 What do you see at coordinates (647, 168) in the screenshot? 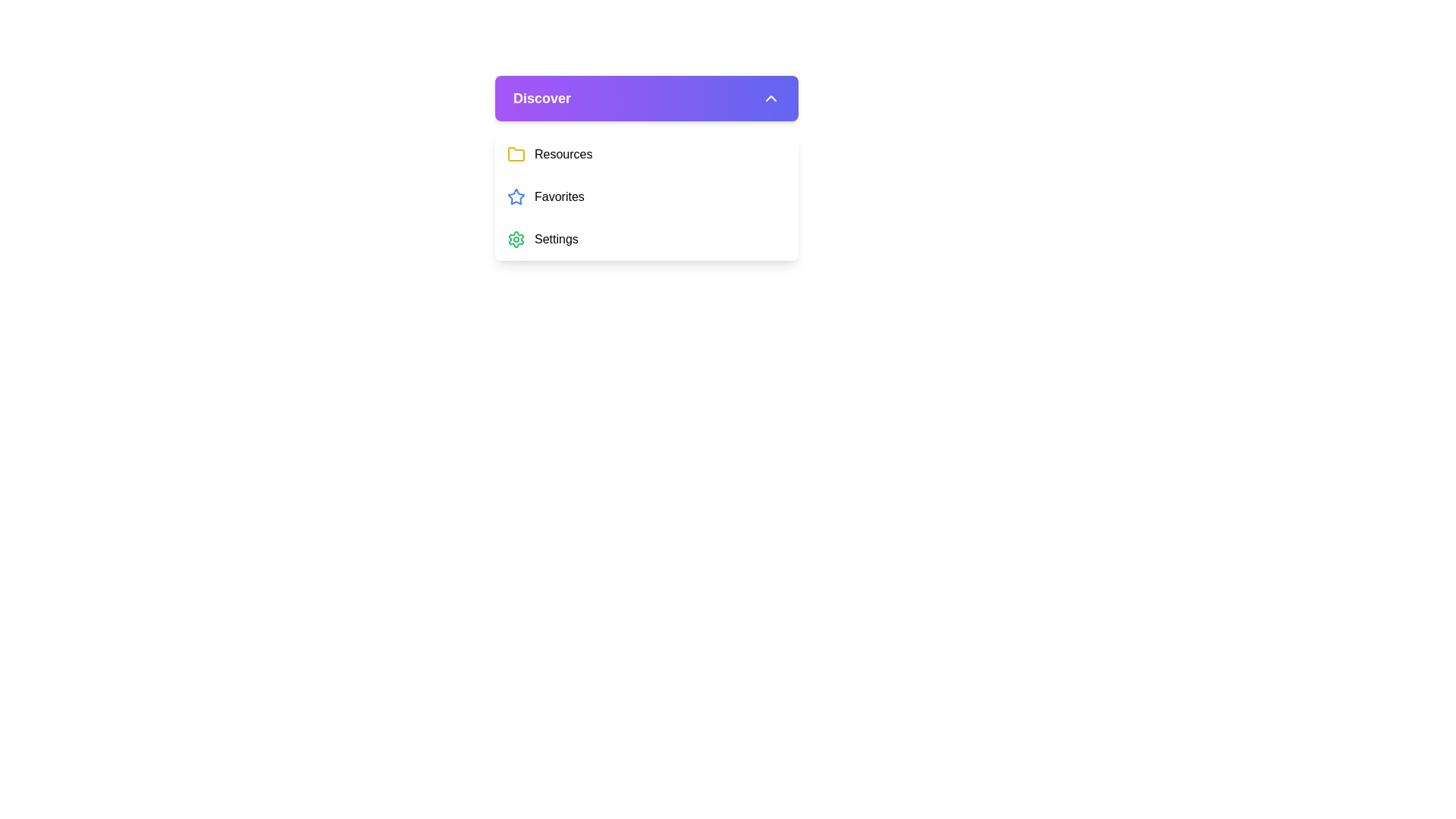
I see `the 'Discover' dropdown menu` at bounding box center [647, 168].